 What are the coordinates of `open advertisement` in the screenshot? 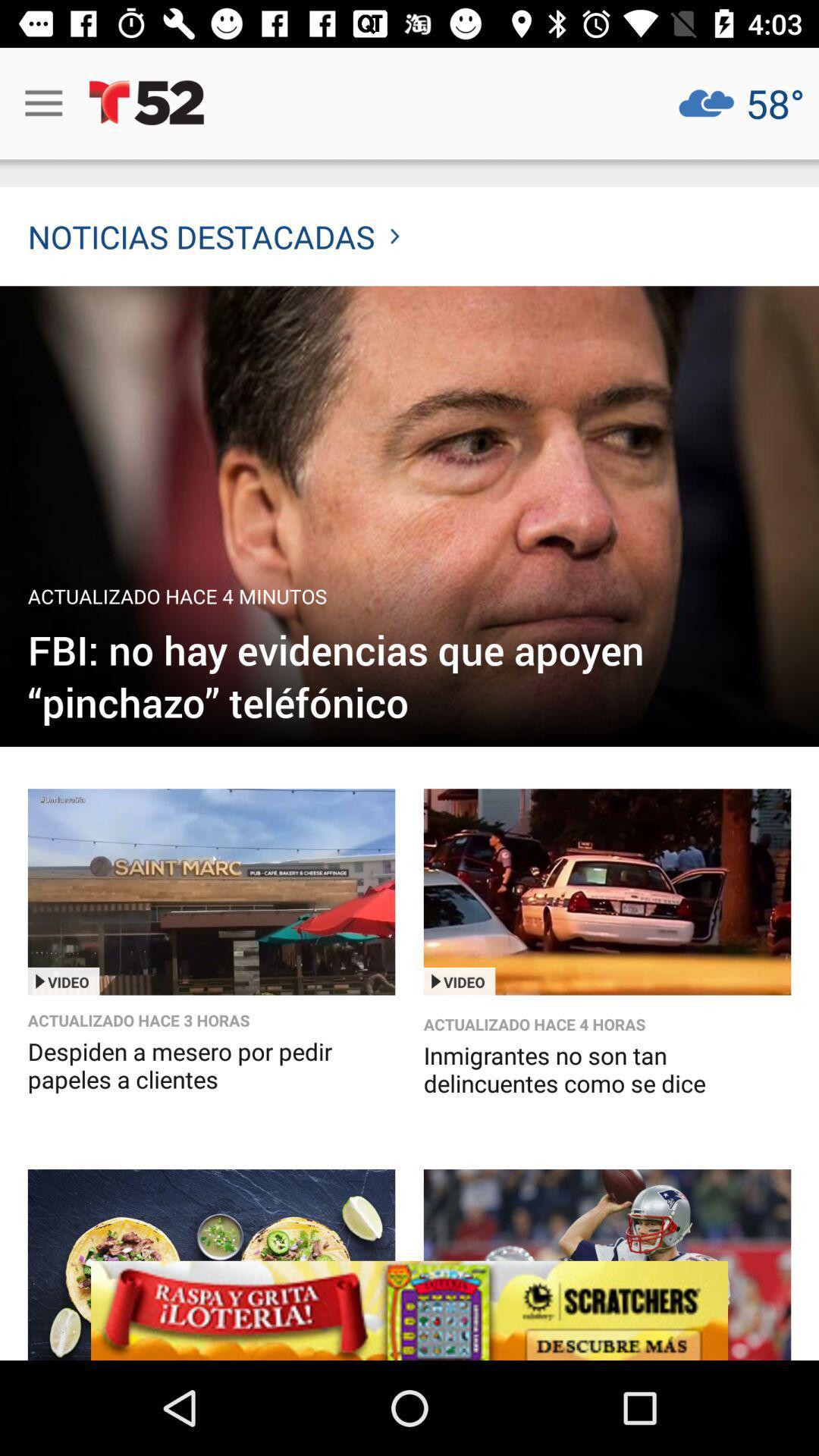 It's located at (211, 1264).